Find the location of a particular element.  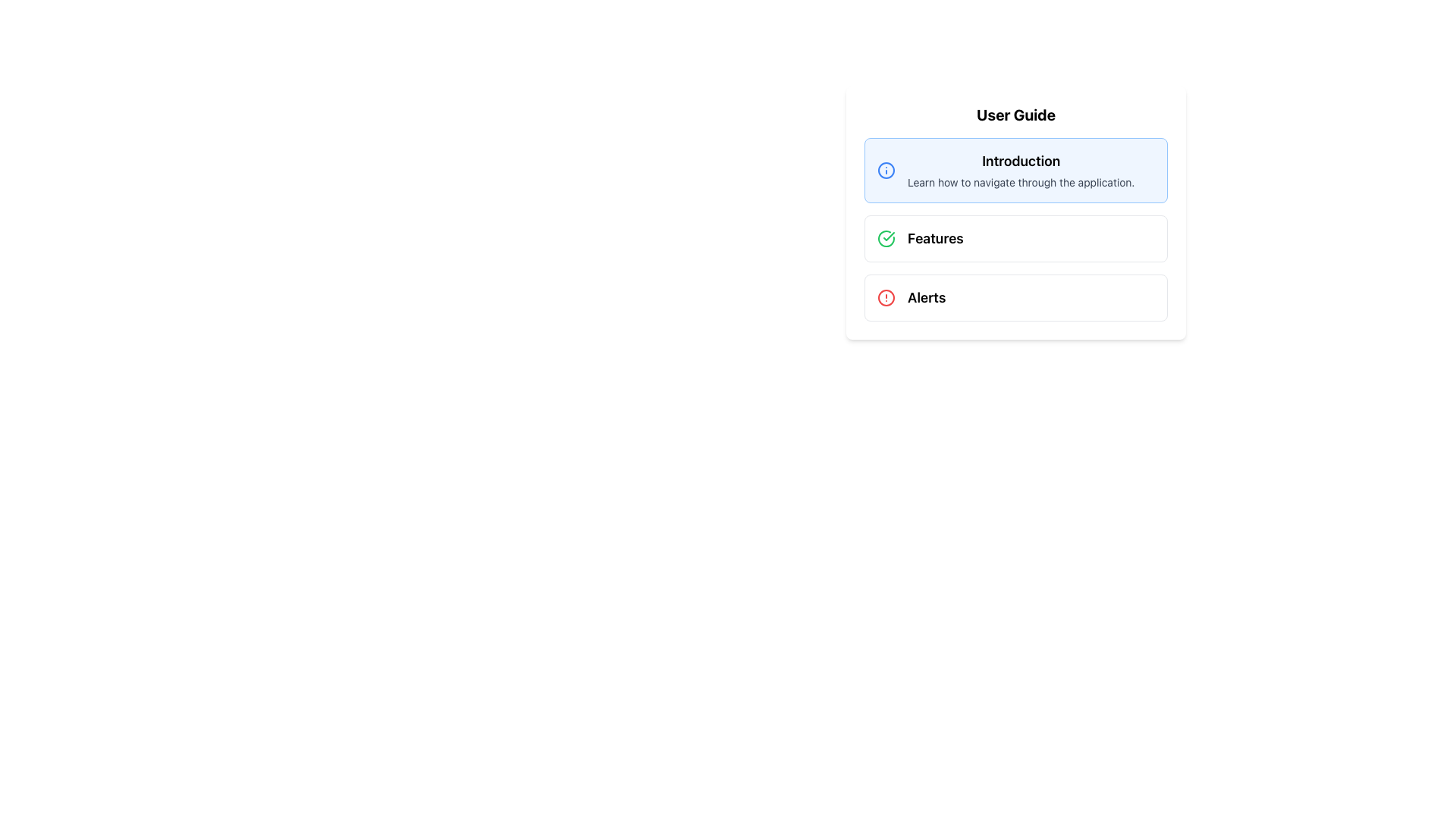

the 'Features' button, which is the second button within the 'User Guide' section is located at coordinates (1015, 239).